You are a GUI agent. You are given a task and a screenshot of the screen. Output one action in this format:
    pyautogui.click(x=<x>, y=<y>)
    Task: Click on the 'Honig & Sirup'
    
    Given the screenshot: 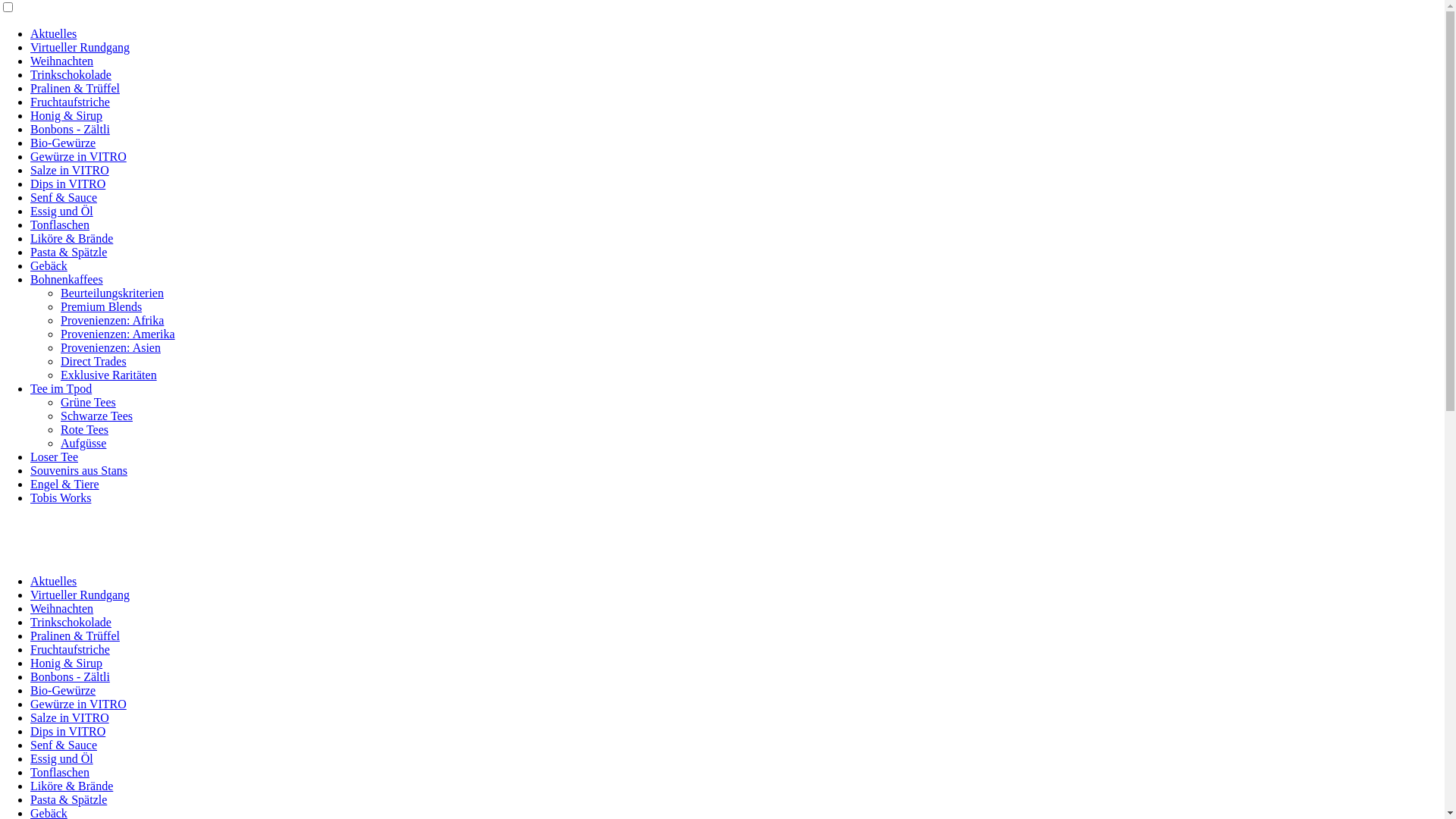 What is the action you would take?
    pyautogui.click(x=65, y=662)
    